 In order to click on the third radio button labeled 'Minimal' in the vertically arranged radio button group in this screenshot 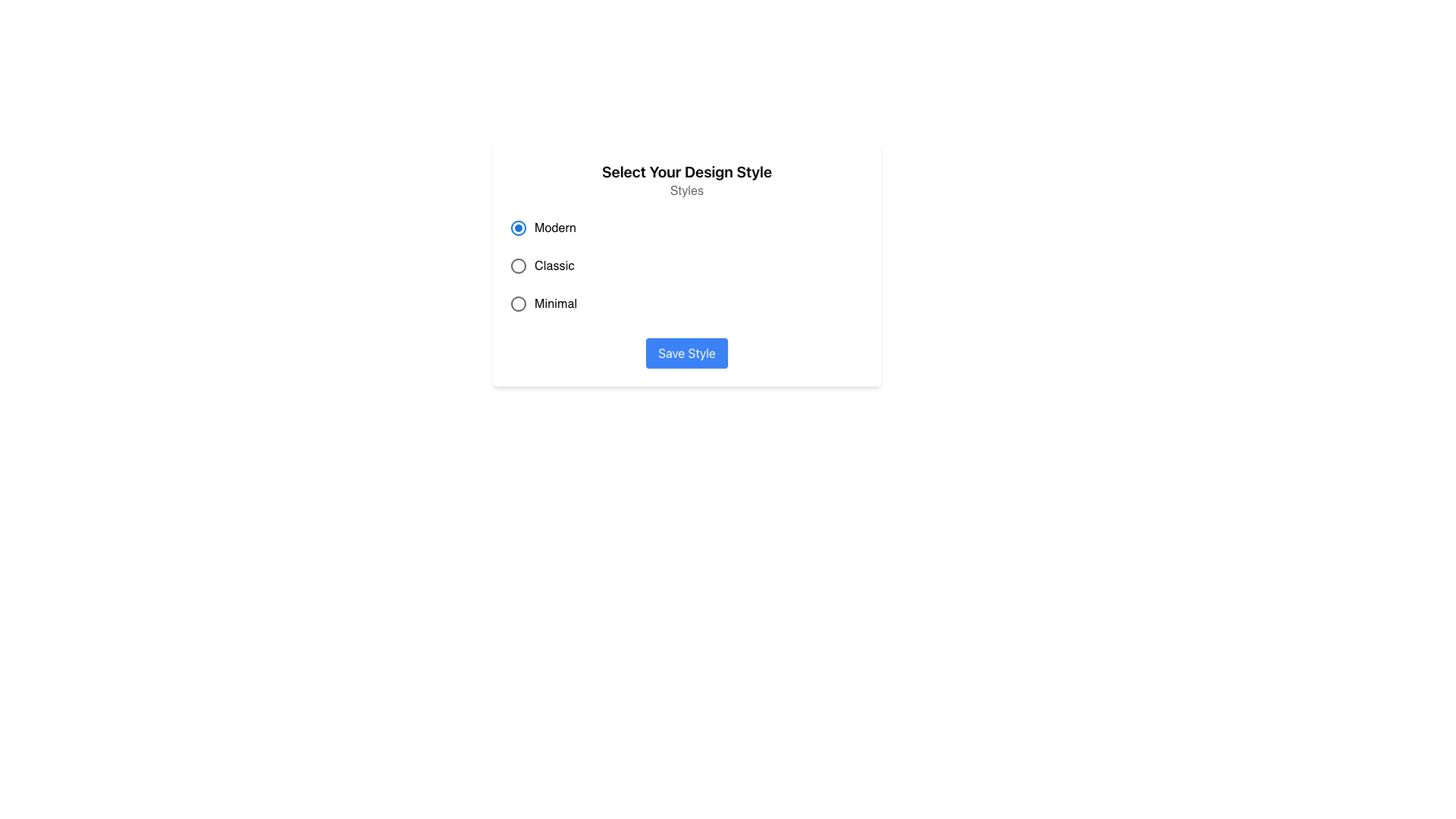, I will do `click(676, 304)`.